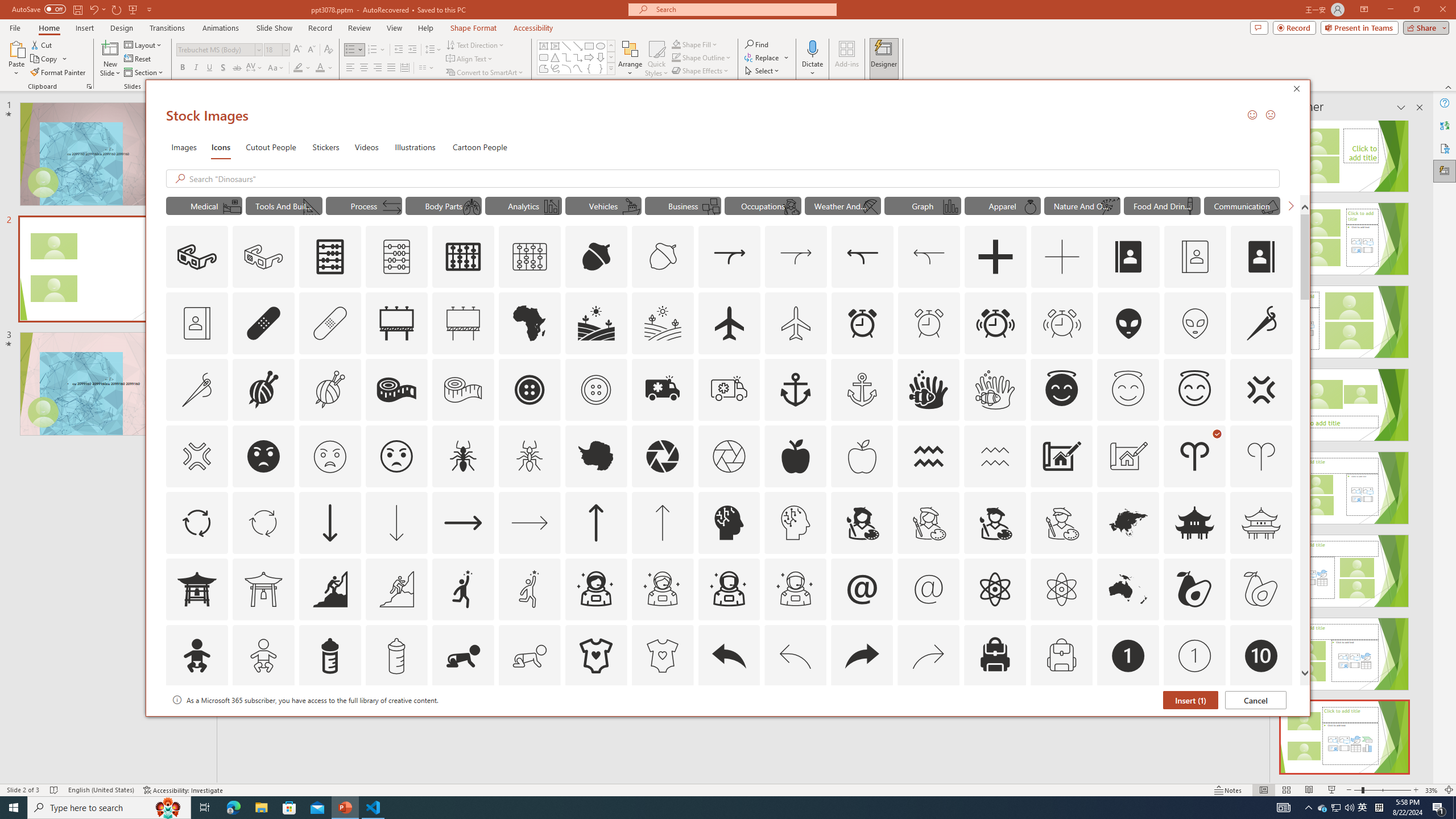 The height and width of the screenshot is (819, 1456). I want to click on 'AutomationID: Icons_Lungs_M', so click(471, 206).